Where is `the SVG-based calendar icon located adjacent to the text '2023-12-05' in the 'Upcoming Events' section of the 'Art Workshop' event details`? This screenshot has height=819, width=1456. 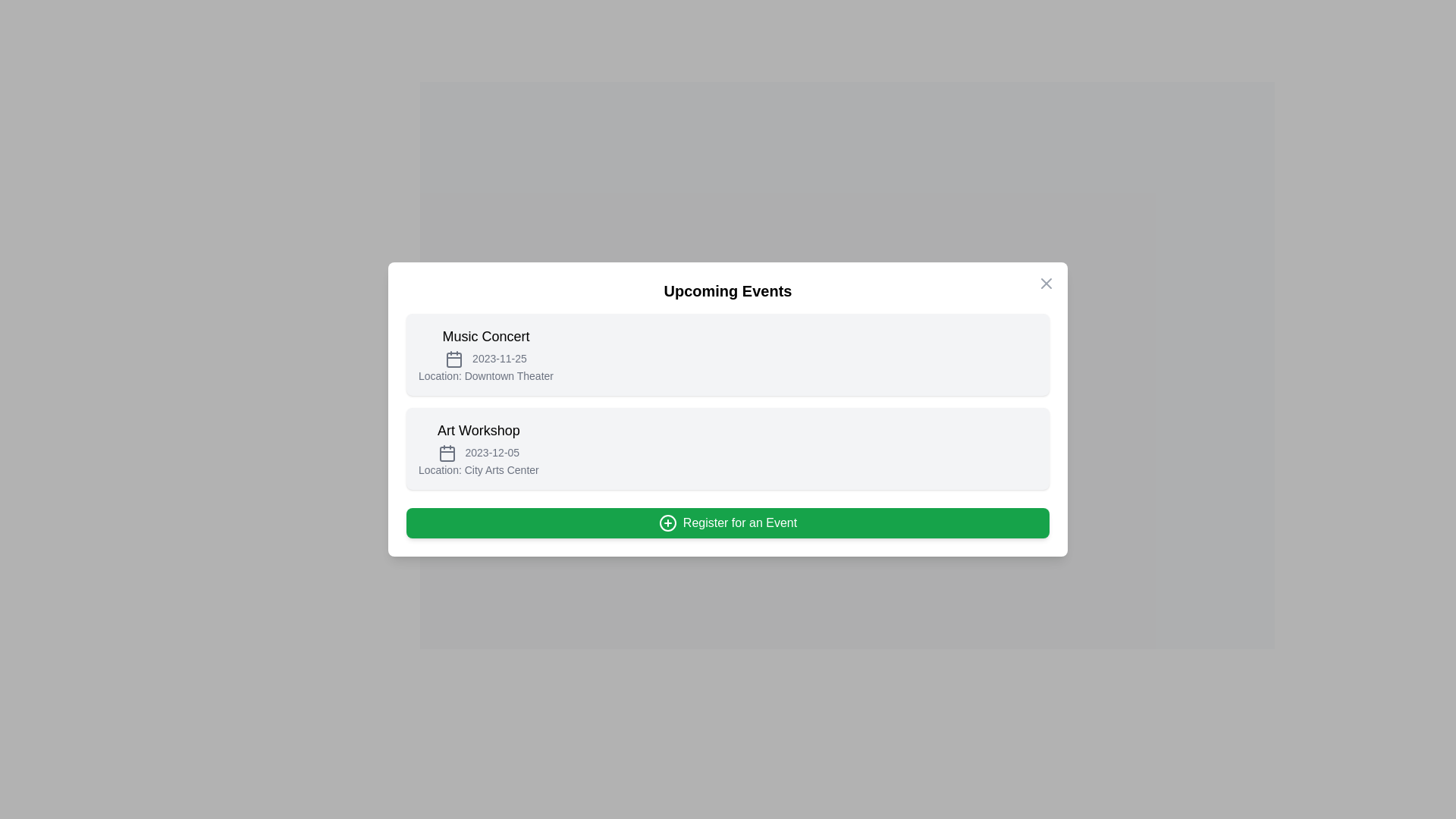
the SVG-based calendar icon located adjacent to the text '2023-12-05' in the 'Upcoming Events' section of the 'Art Workshop' event details is located at coordinates (446, 452).